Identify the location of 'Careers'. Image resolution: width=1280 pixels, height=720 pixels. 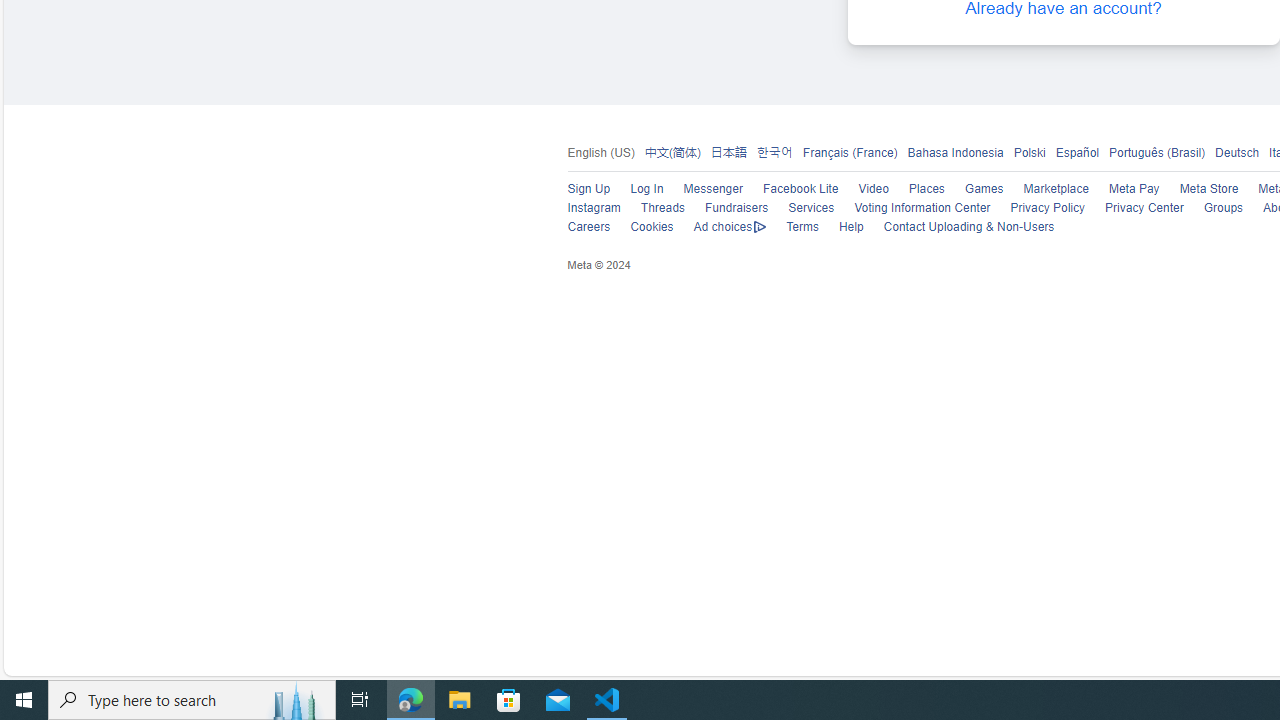
(587, 226).